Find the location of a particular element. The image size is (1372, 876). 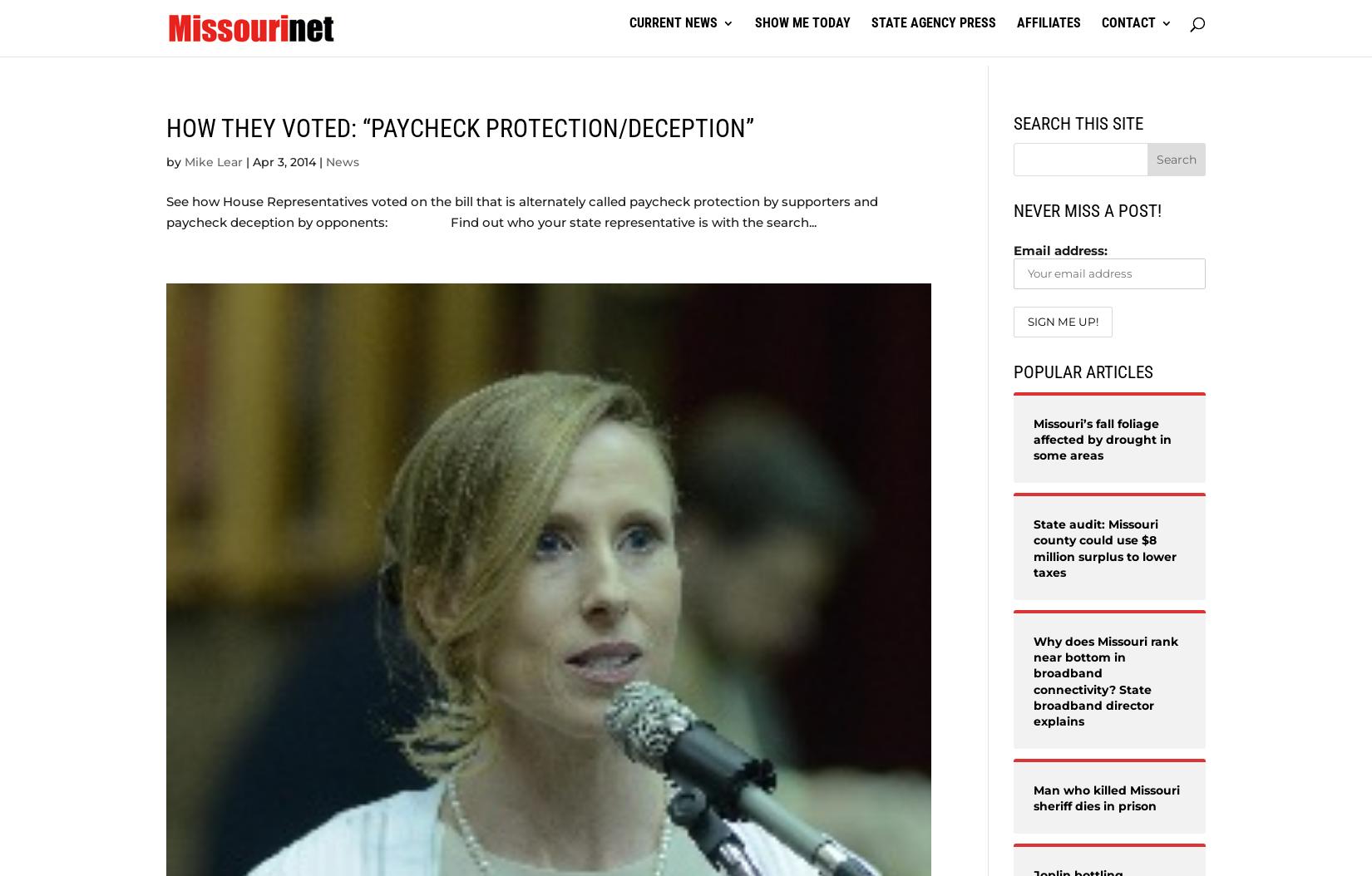

'Mike Lear' is located at coordinates (214, 160).